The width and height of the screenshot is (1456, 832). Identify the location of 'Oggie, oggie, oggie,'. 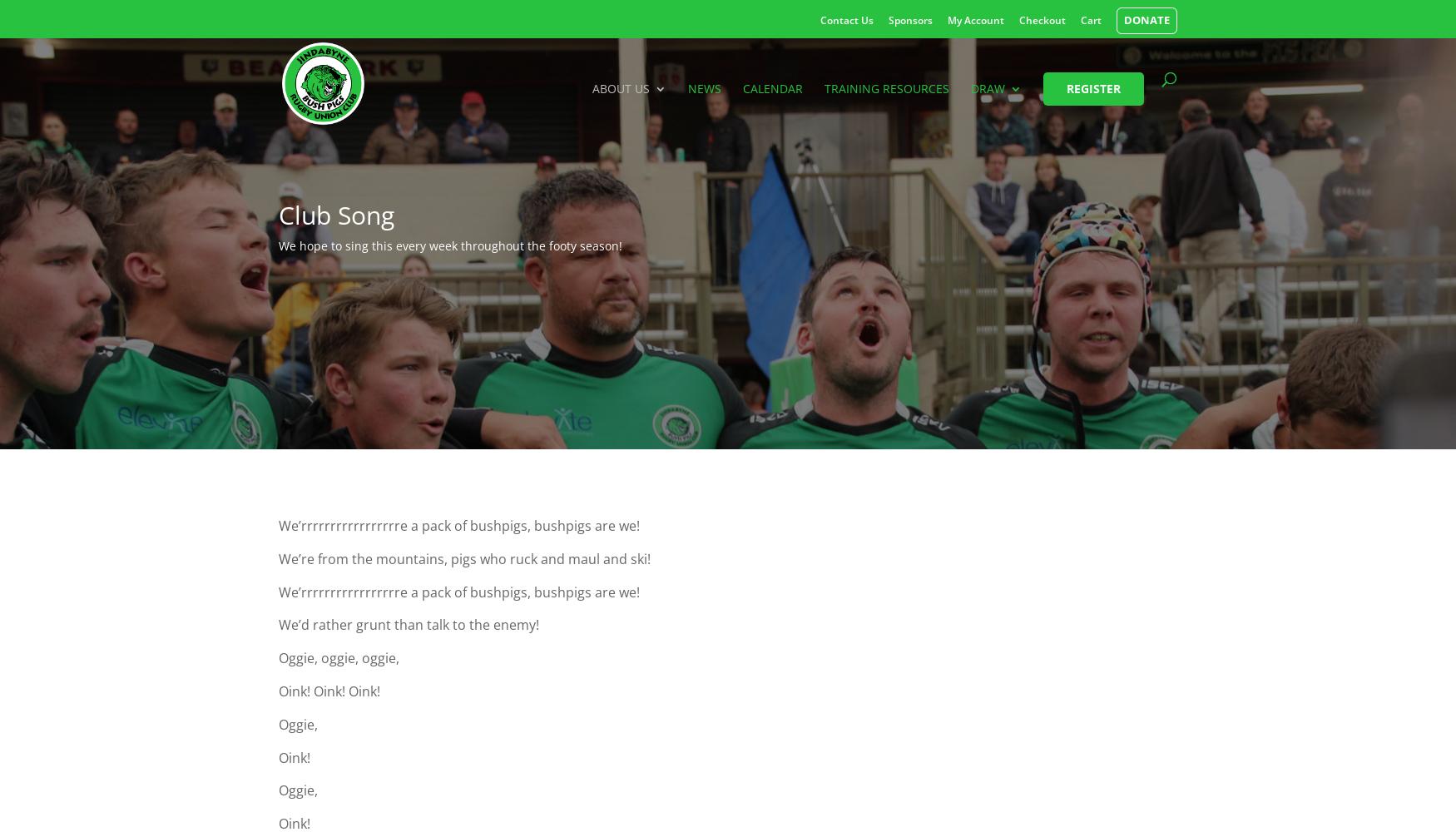
(338, 658).